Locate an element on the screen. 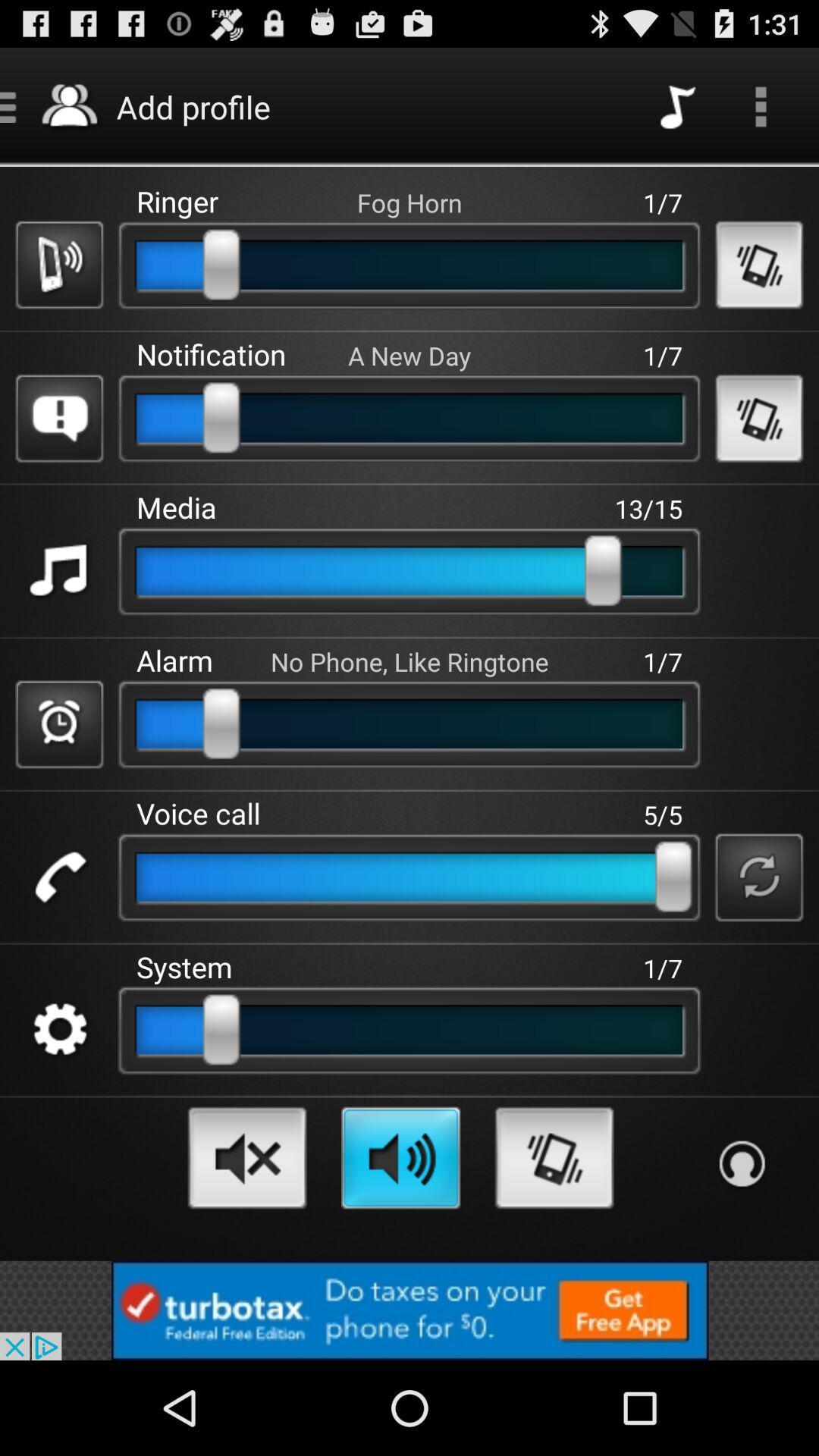 This screenshot has height=1456, width=819. mute button which is on the bottom of page is located at coordinates (246, 1157).